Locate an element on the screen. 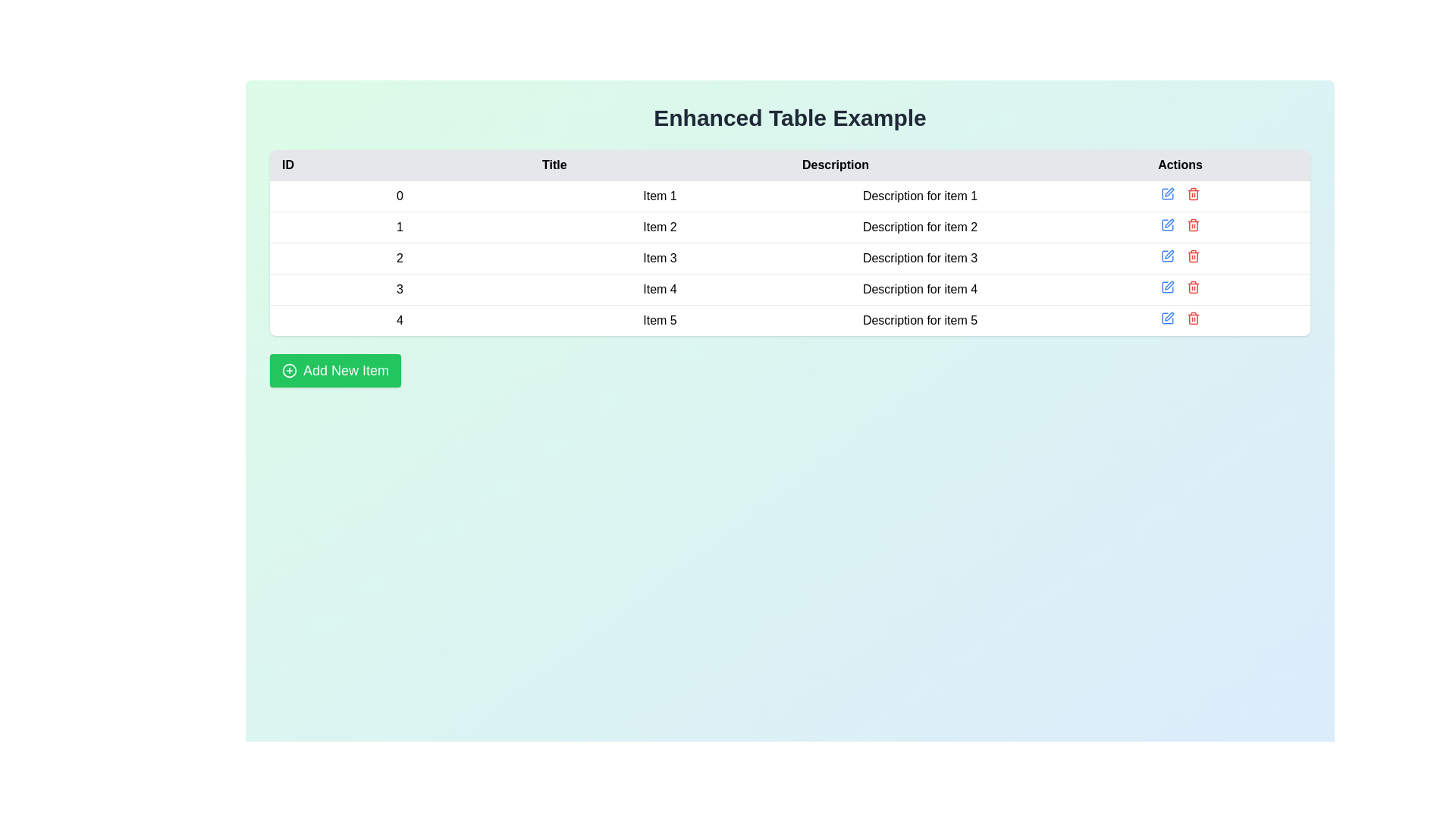  the text element reading 'Item 5' located in the 'Title' column of the table under the row corresponding to 'ID' 4 is located at coordinates (660, 319).